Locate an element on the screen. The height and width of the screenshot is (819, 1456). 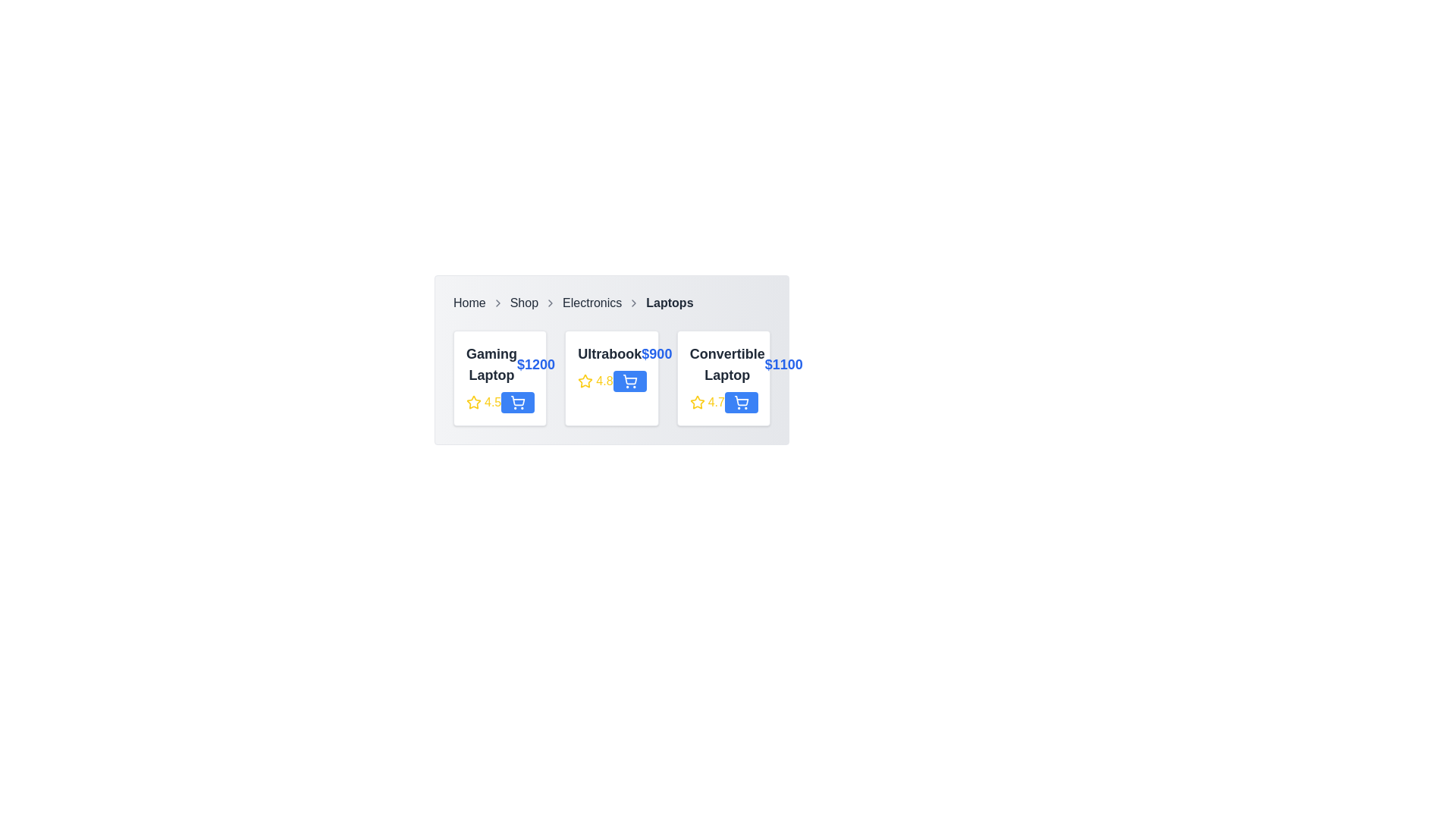
the blue button with rounded edges displaying a white shopping cart icon located at the bottom-right section of the 'Gaming Laptop' card is located at coordinates (518, 402).